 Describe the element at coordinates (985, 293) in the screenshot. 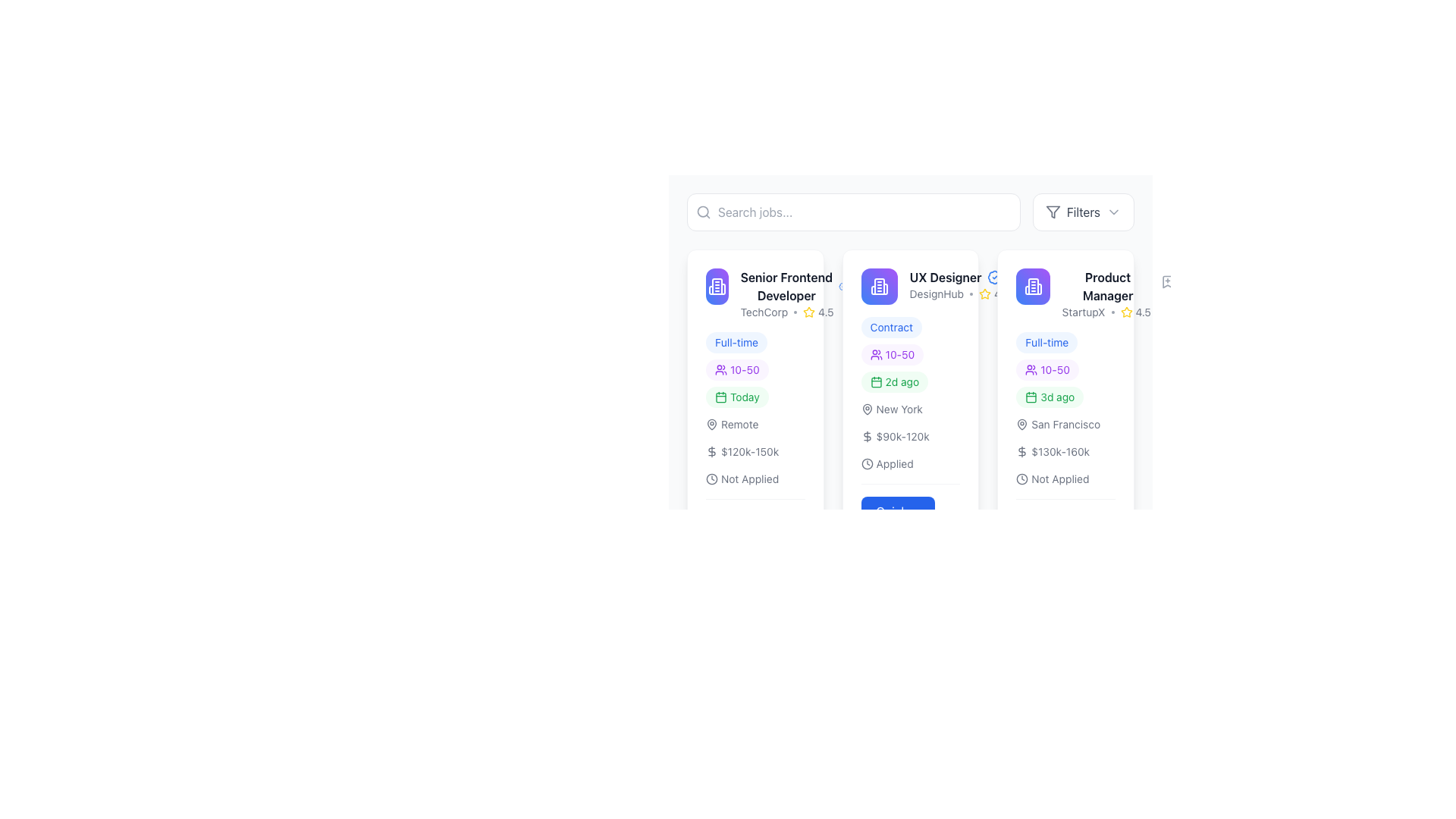

I see `the yellow star-shaped icon located in the upper right corner of the 'UX Designer' job listing card to interact with it` at that location.